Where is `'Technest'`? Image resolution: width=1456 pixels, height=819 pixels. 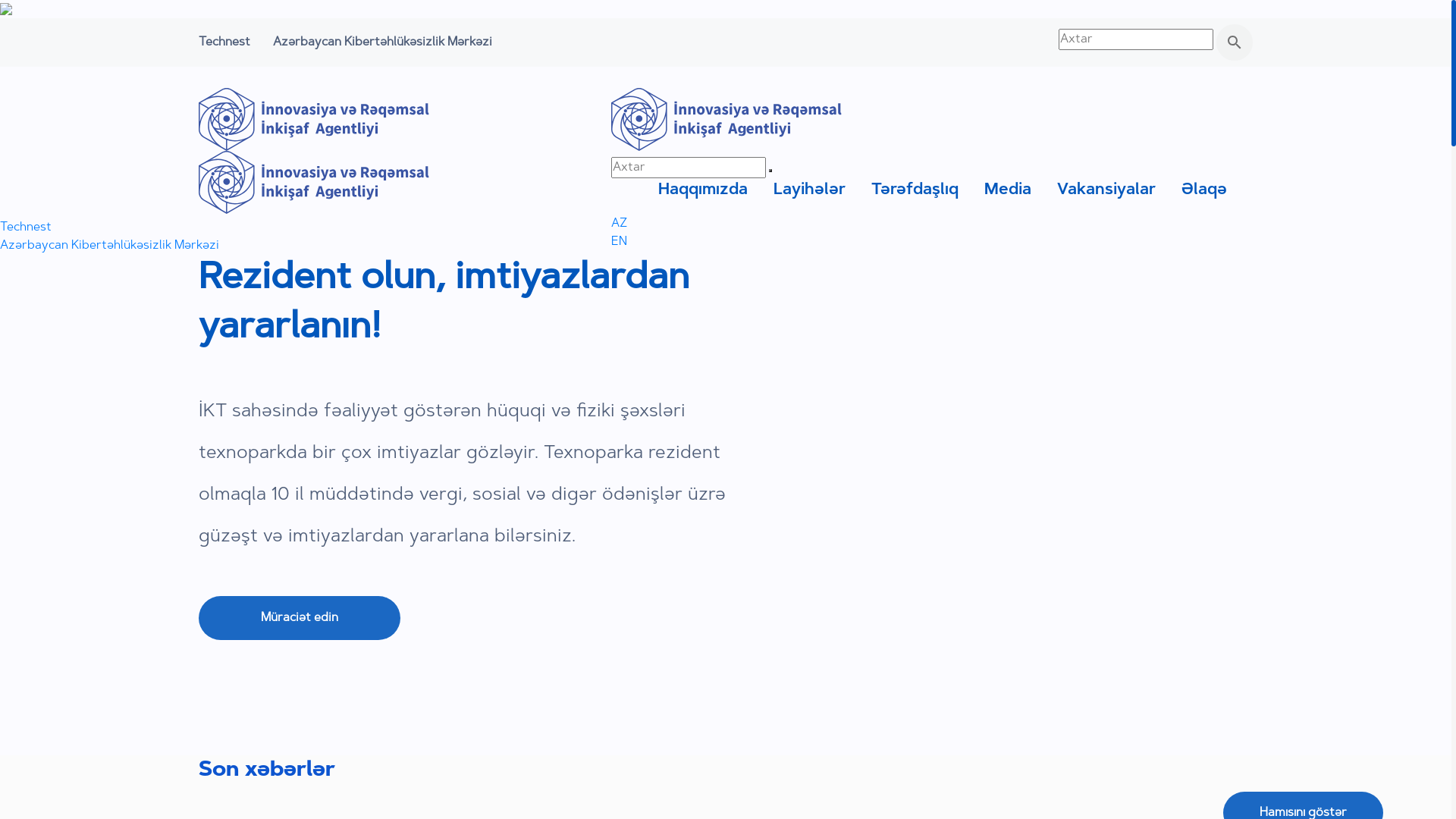 'Technest' is located at coordinates (25, 227).